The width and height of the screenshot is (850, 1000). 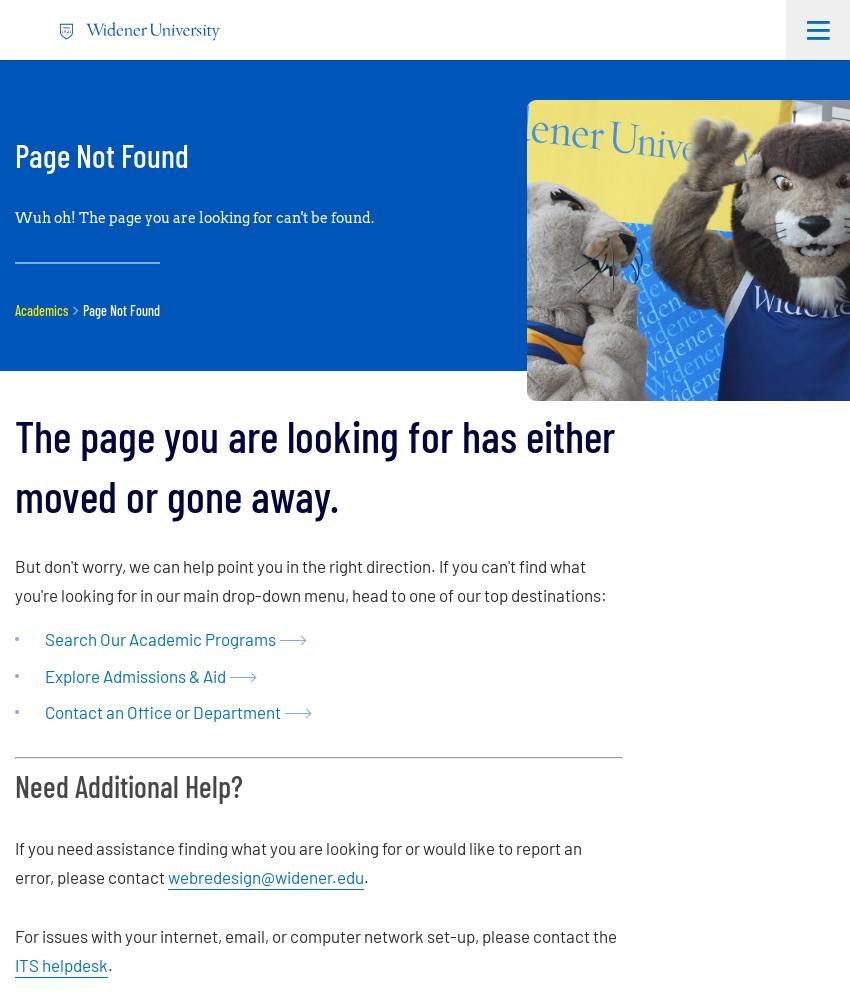 What do you see at coordinates (13, 860) in the screenshot?
I see `'If you need assistance finding what you are looking for or would like to report an error, please contact'` at bounding box center [13, 860].